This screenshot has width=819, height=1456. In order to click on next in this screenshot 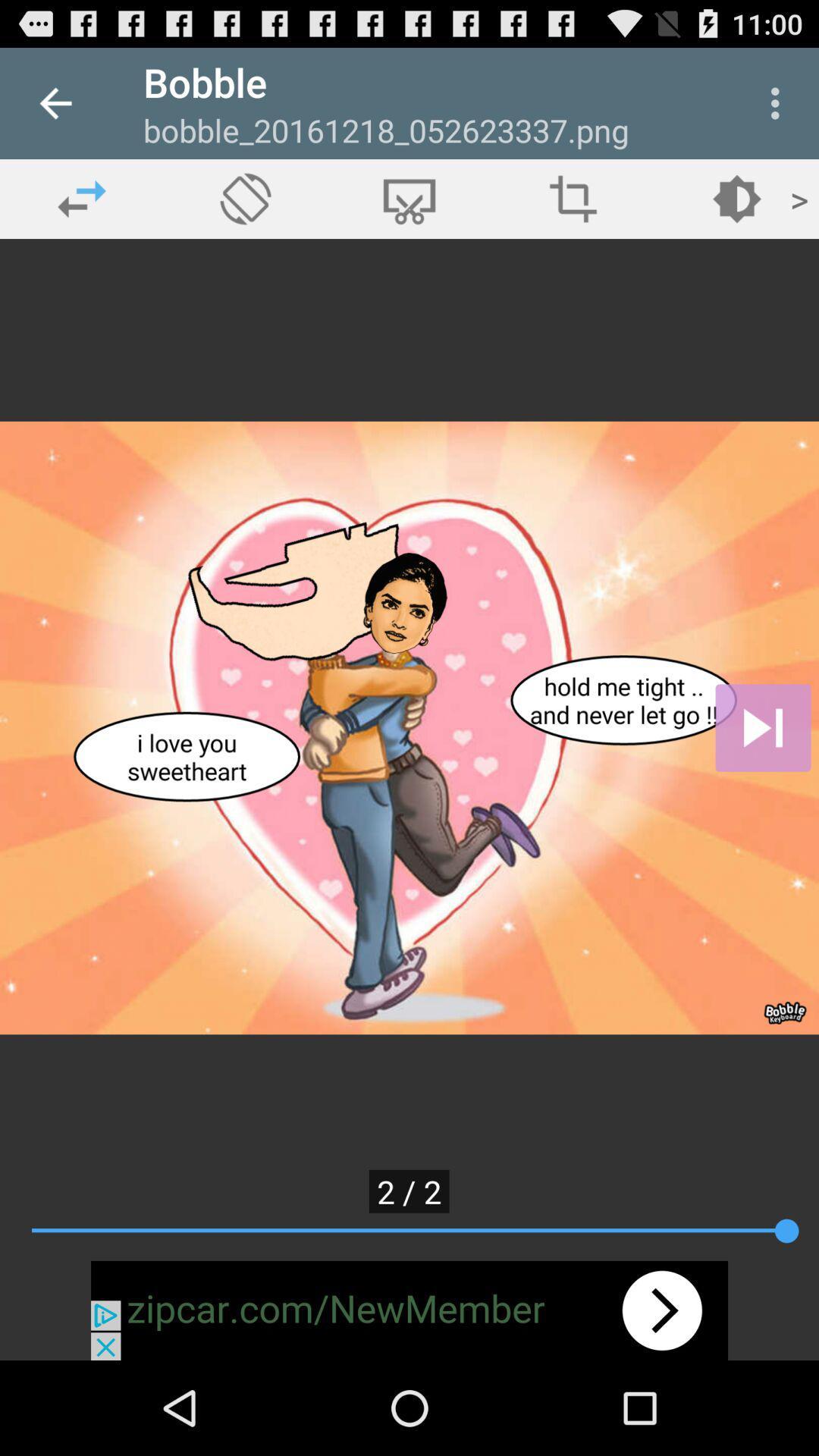, I will do `click(763, 728)`.